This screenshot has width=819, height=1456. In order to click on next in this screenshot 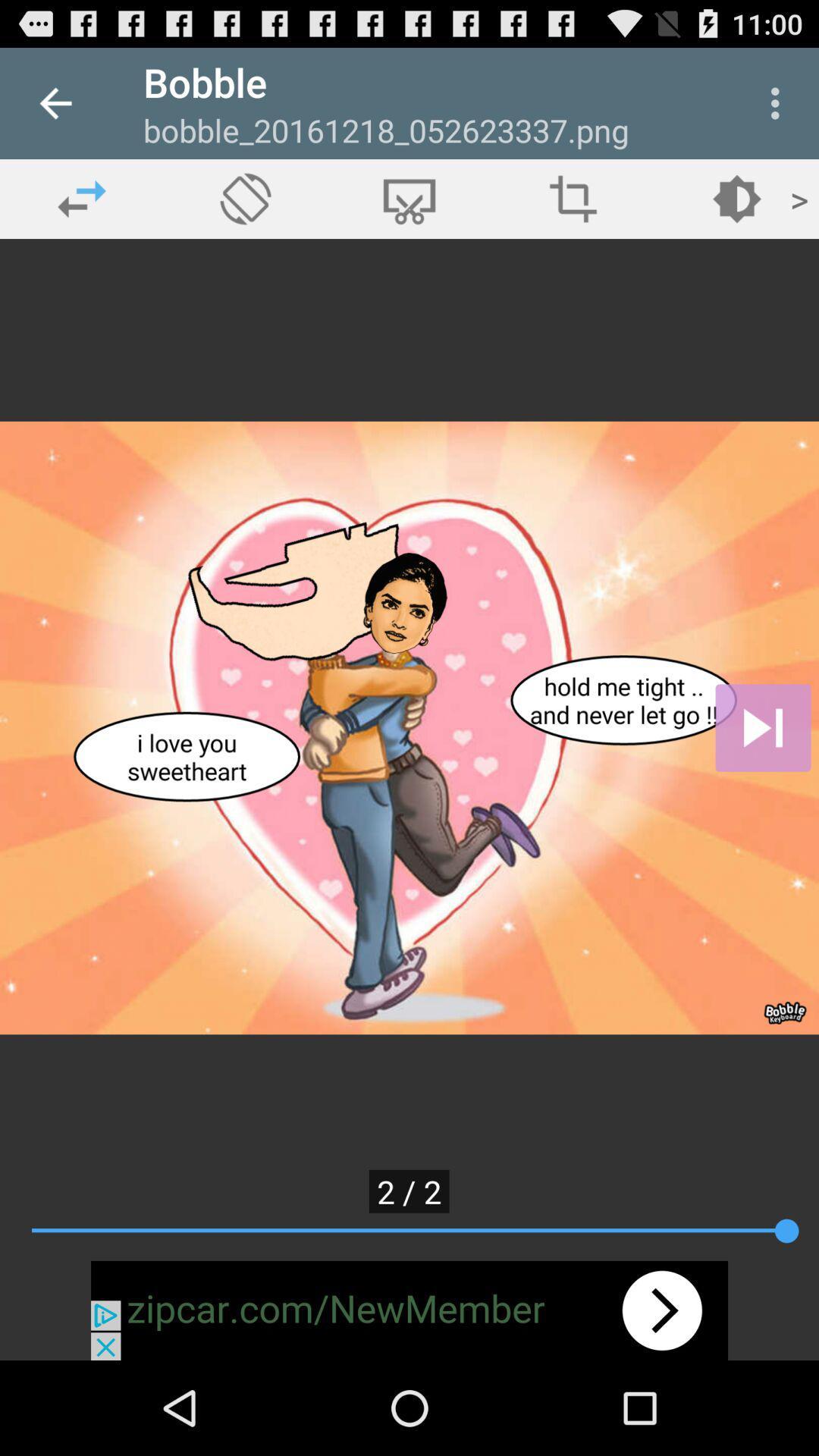, I will do `click(763, 728)`.